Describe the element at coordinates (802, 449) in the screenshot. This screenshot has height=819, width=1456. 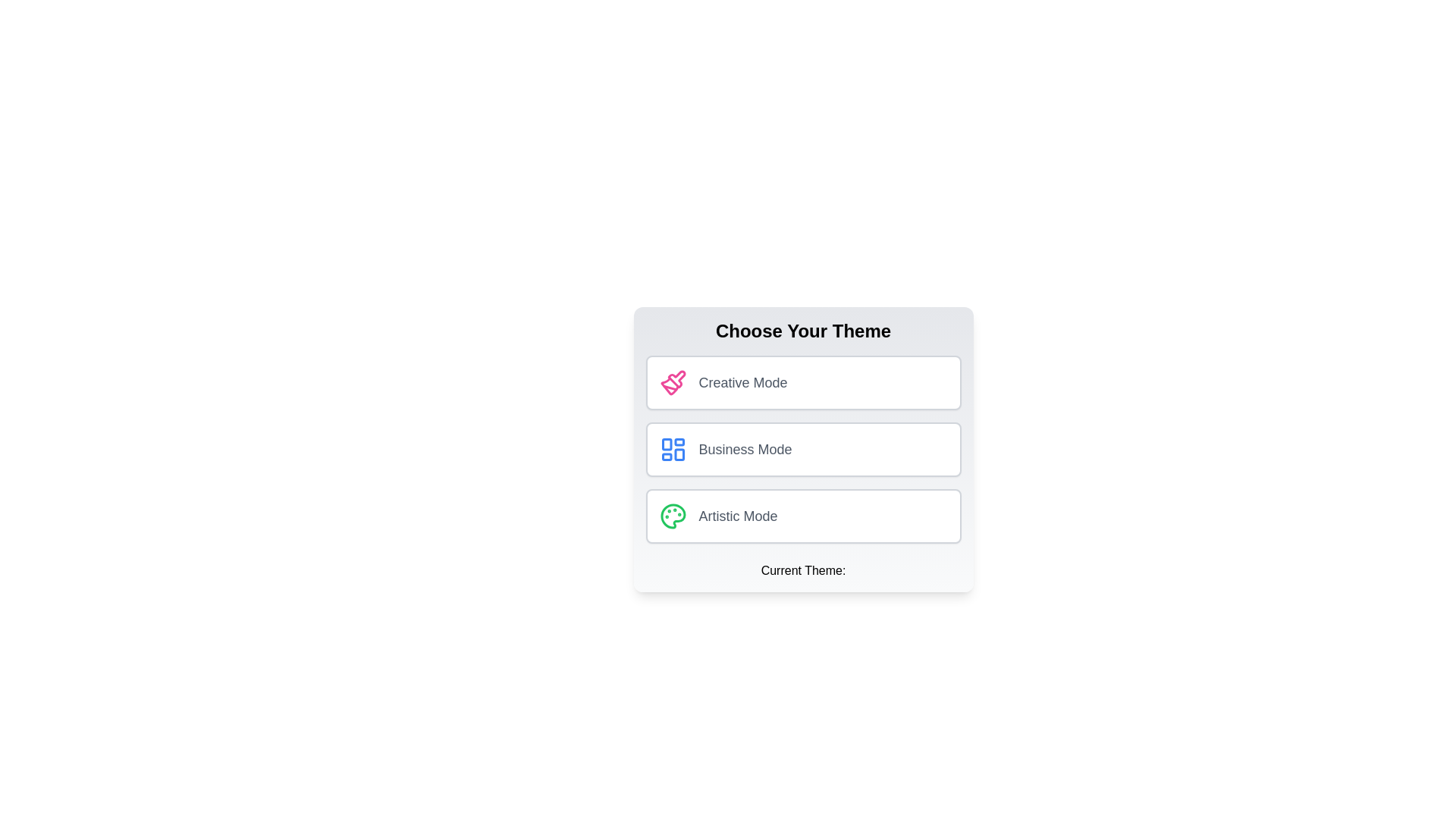
I see `the button corresponding to the selected theme: Business Mode` at that location.